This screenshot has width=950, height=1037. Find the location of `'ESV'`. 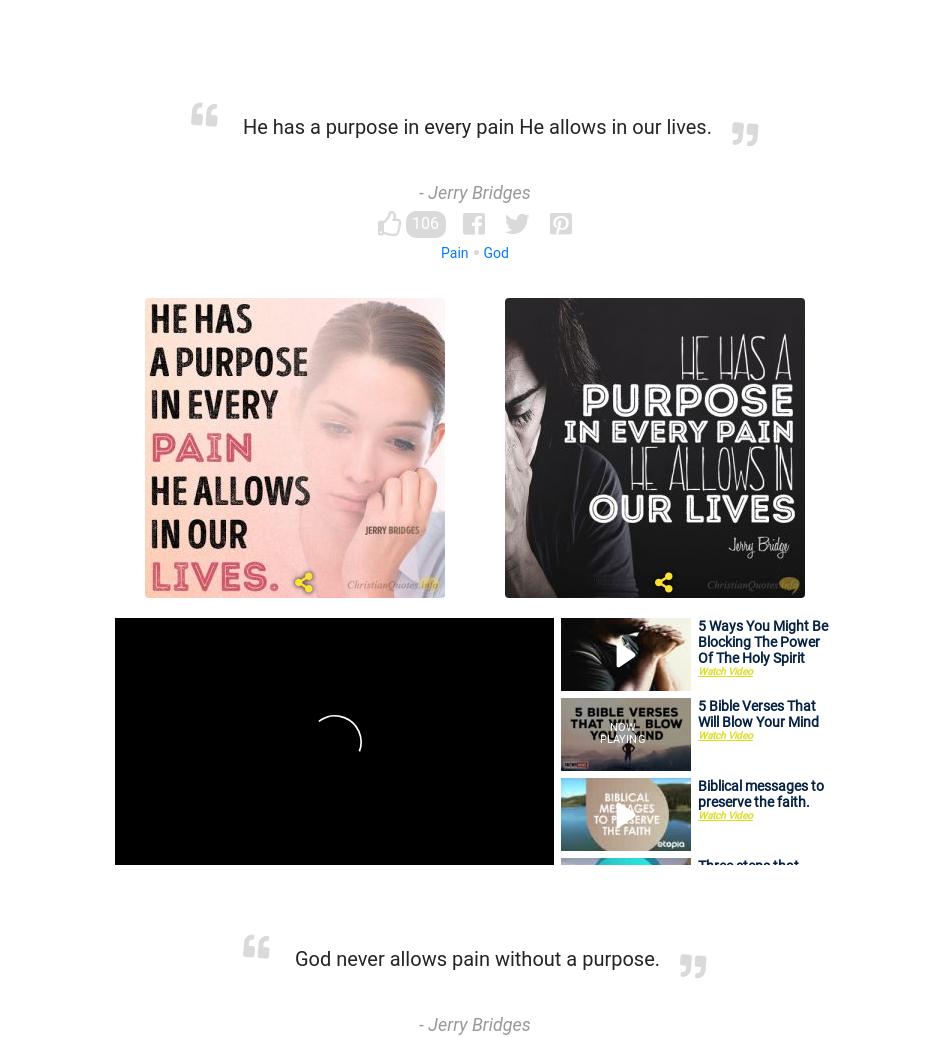

'ESV' is located at coordinates (144, 940).